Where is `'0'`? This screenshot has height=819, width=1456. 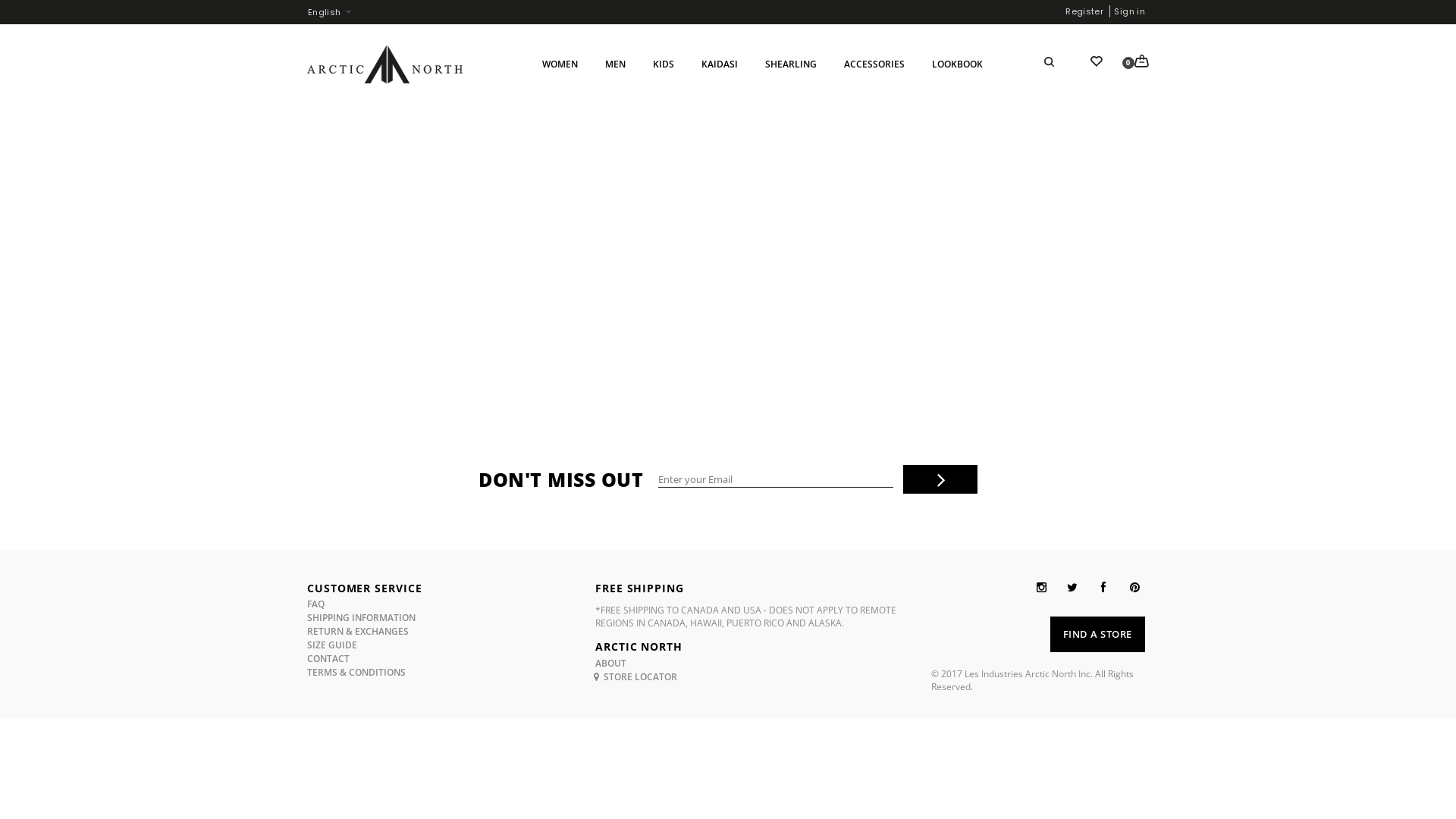
'0' is located at coordinates (1141, 58).